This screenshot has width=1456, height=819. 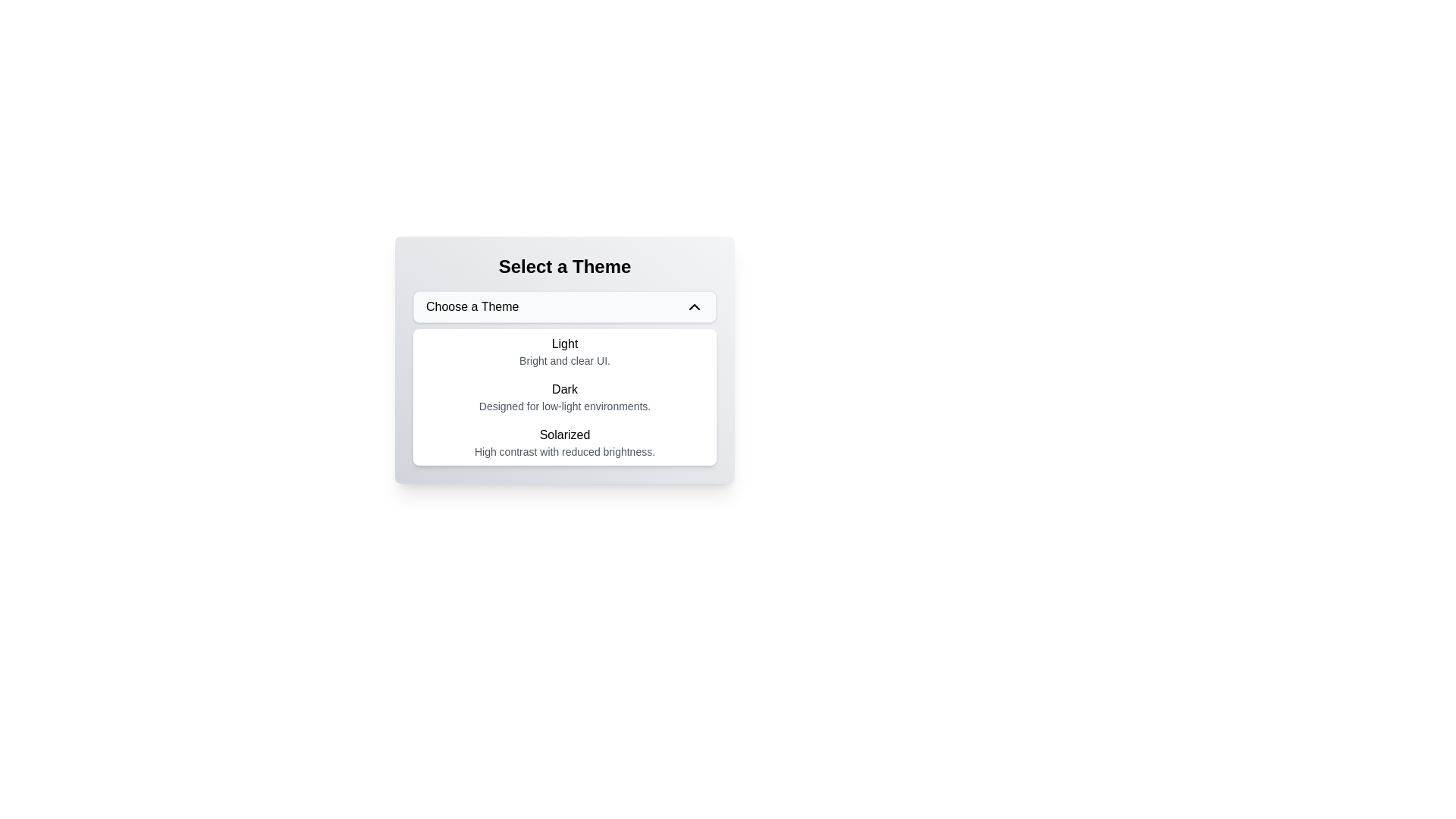 I want to click on the informative text label that states 'Designed for low-light environments.' located below the 'Dark' title in the theme selection panel, so click(x=563, y=406).